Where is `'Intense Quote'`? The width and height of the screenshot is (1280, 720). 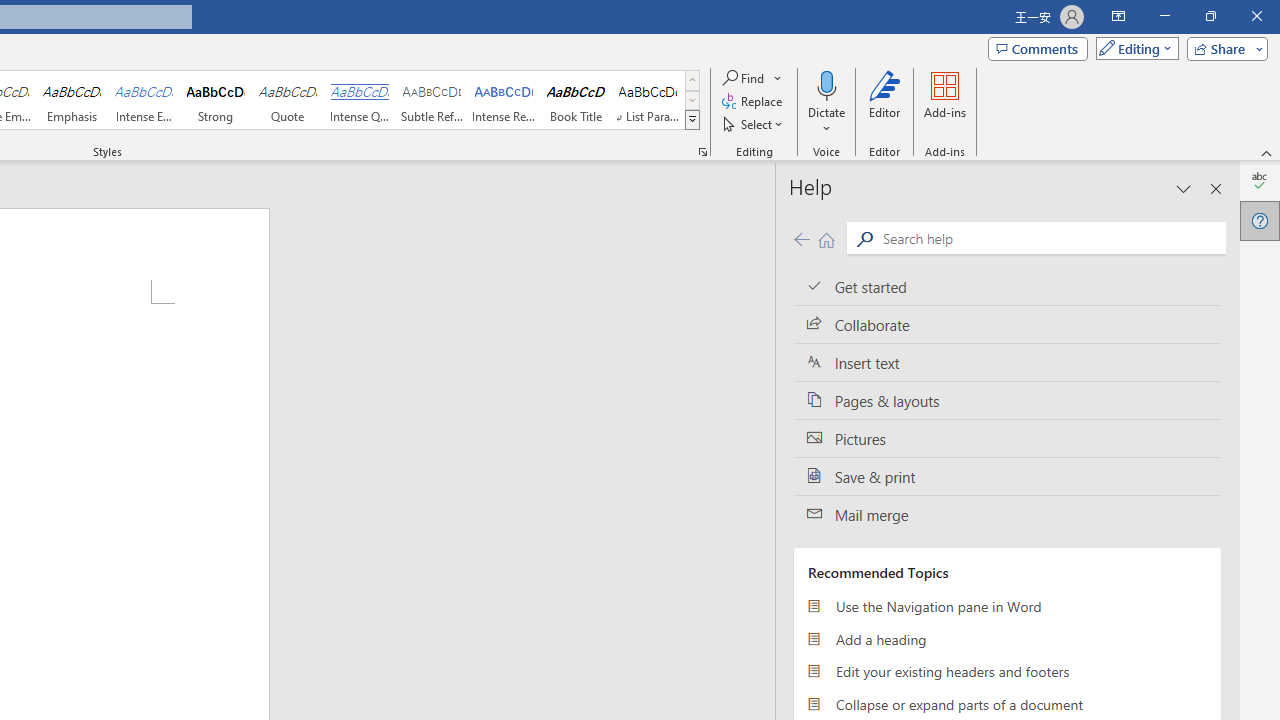 'Intense Quote' is located at coordinates (359, 100).